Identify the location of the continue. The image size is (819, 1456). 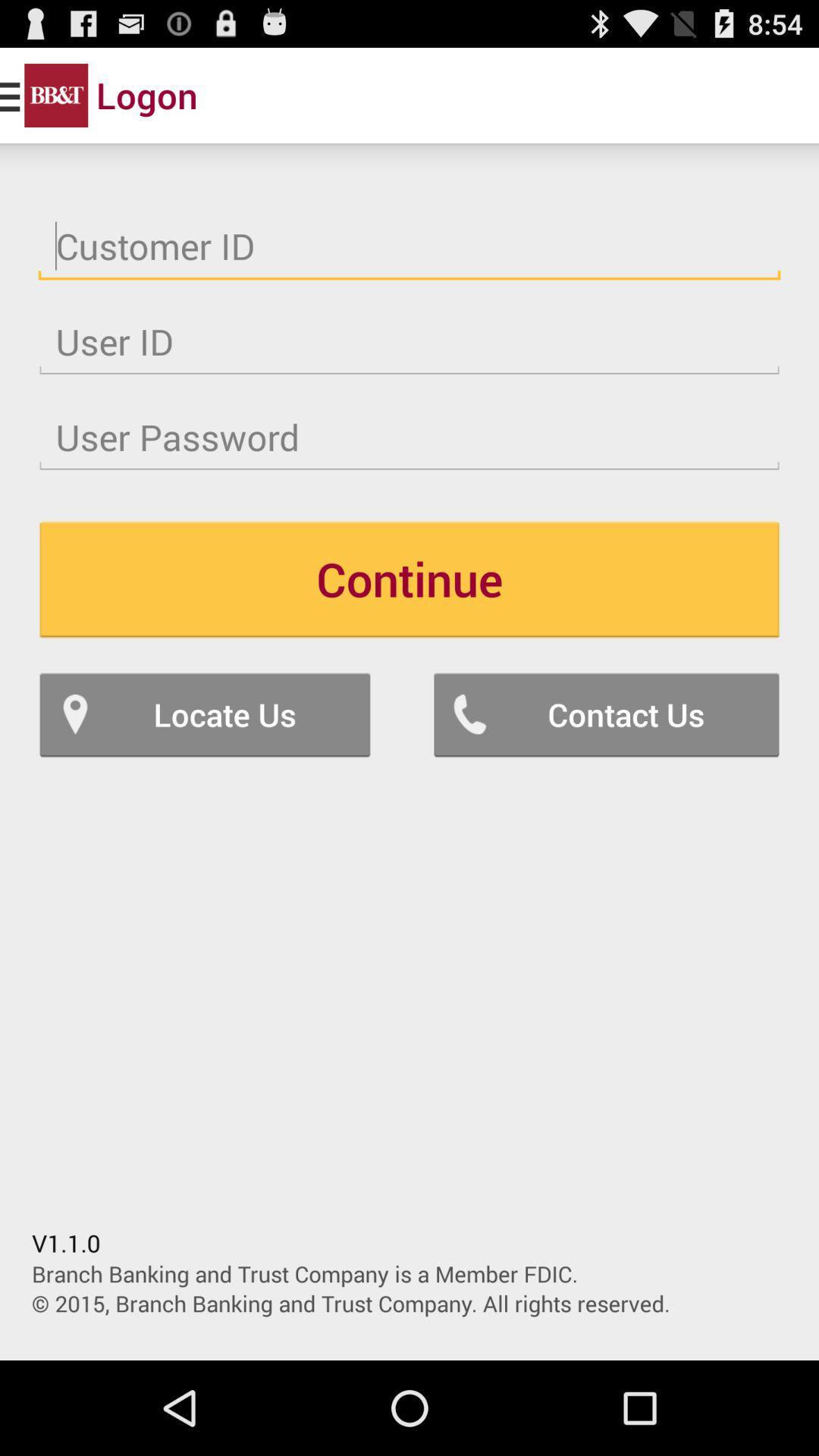
(409, 578).